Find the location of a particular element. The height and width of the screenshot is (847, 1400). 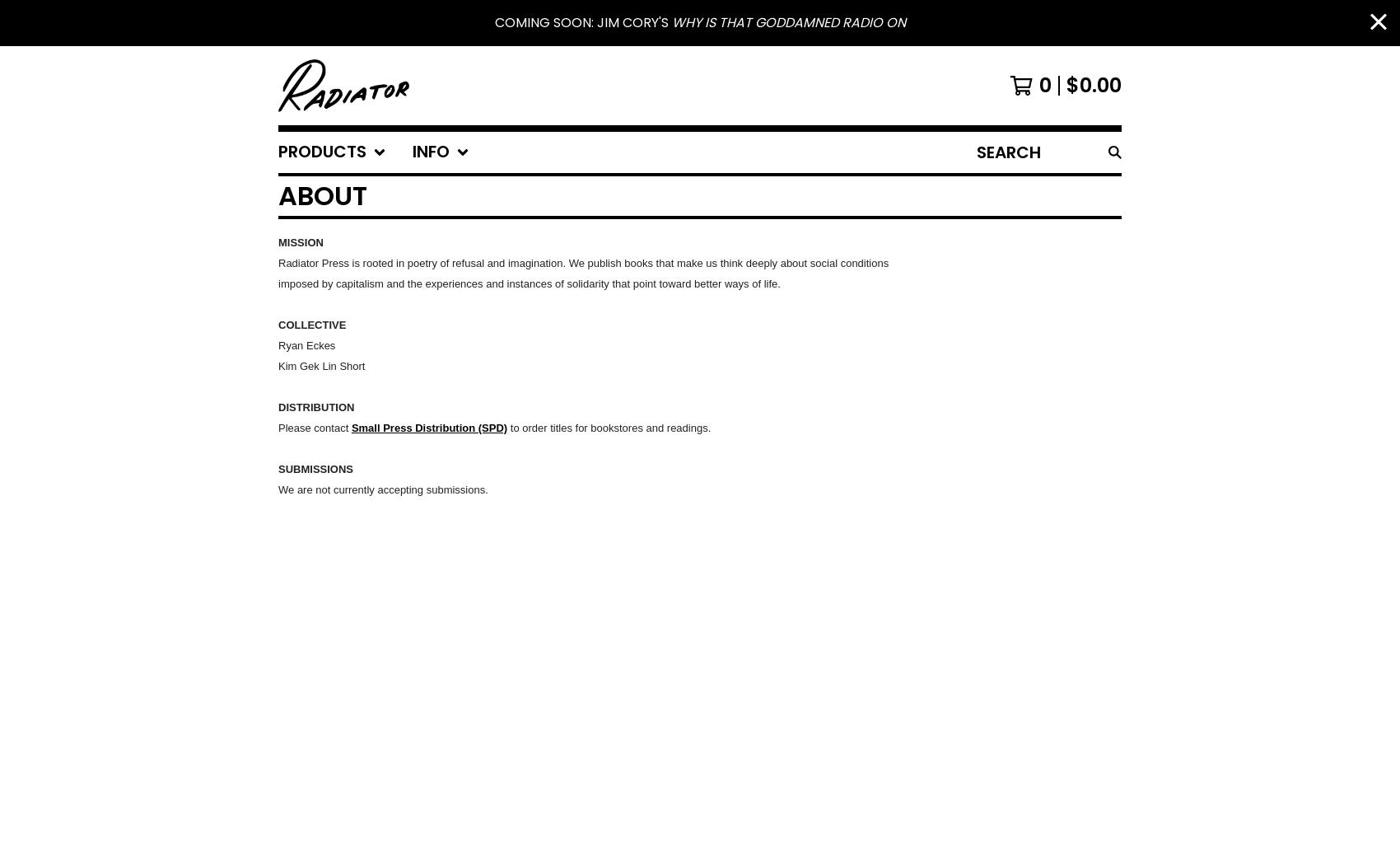

'Radiator Press' is located at coordinates (312, 263).